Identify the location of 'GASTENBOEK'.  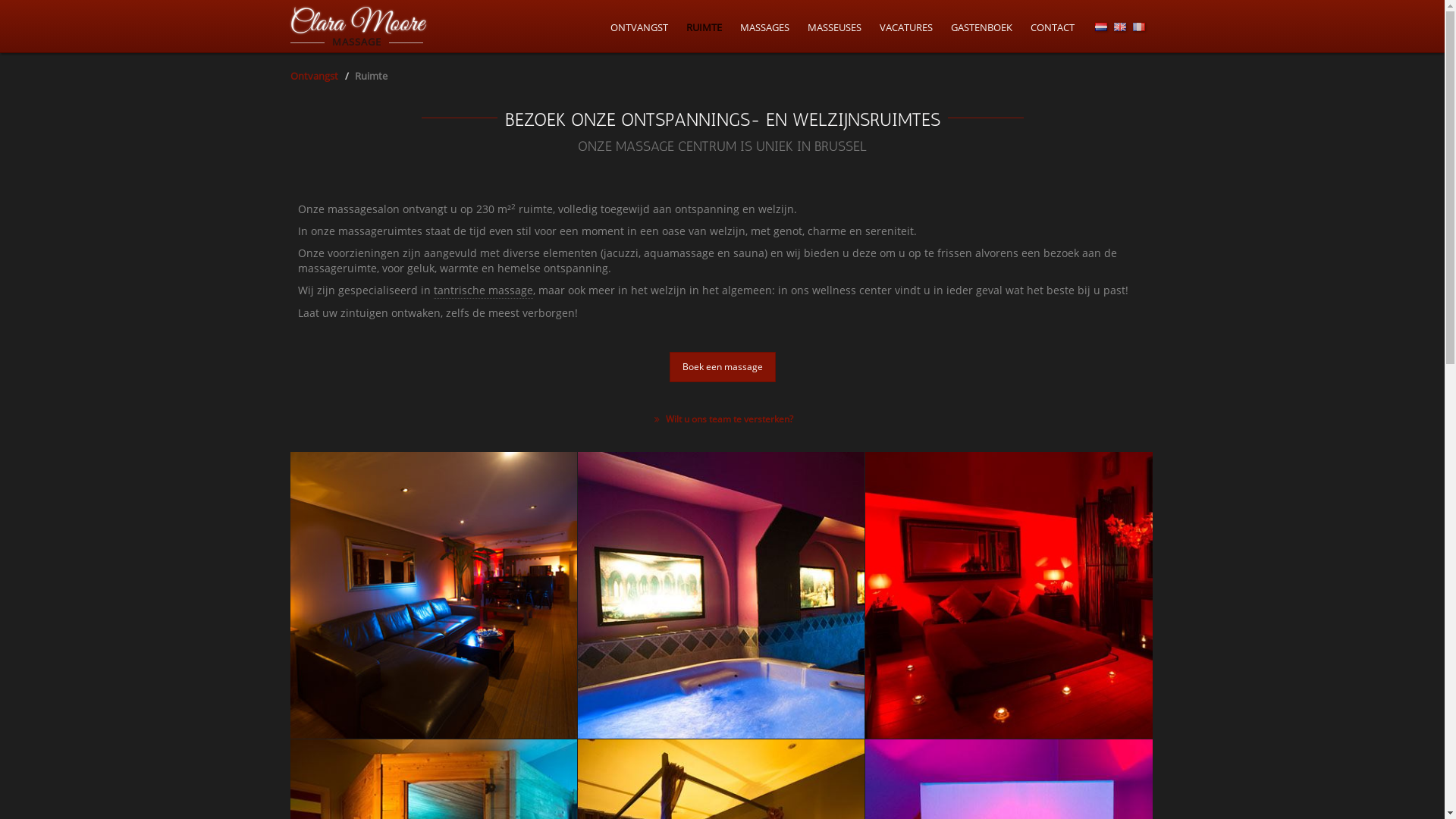
(949, 27).